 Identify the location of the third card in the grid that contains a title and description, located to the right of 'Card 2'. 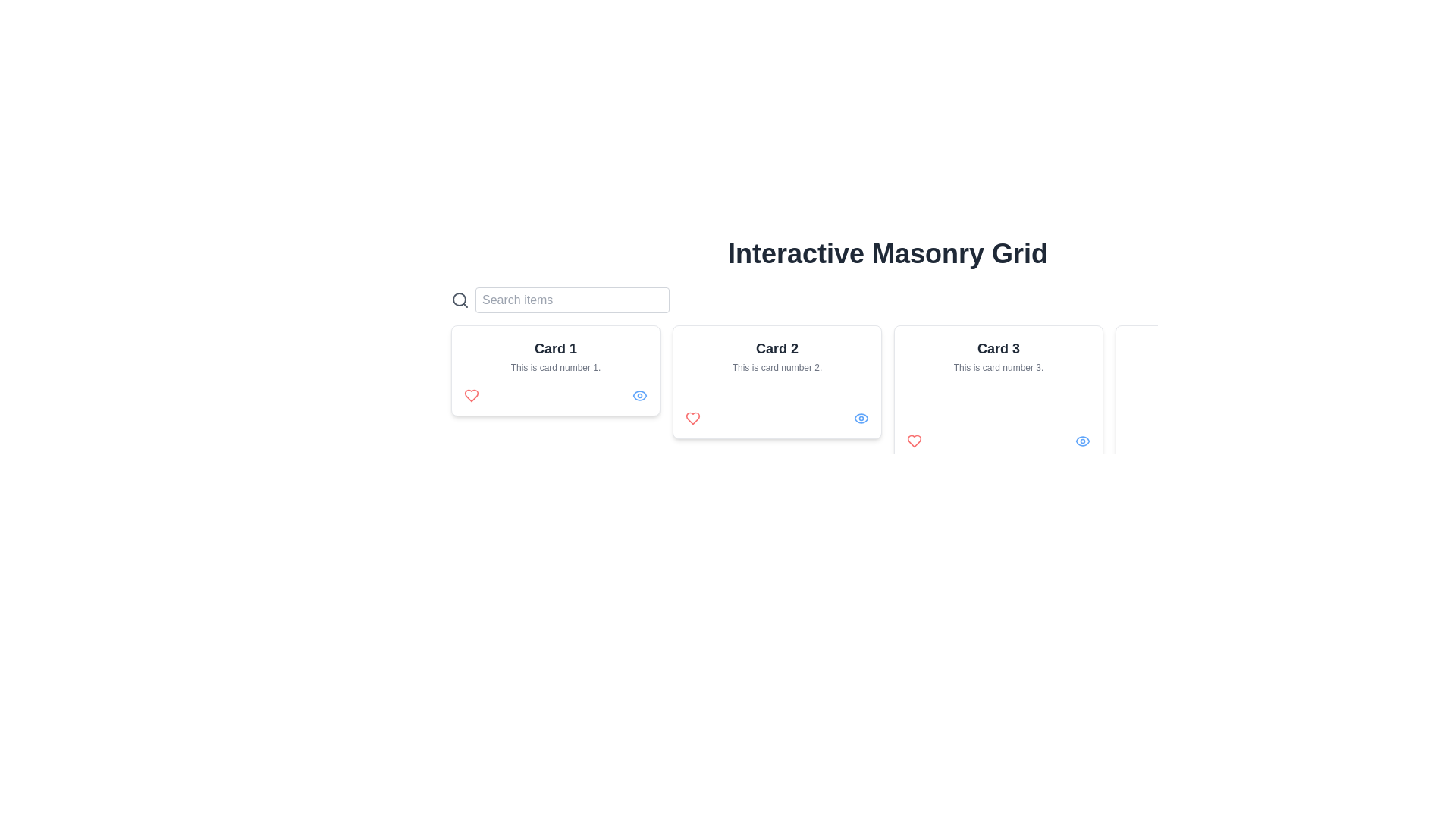
(998, 393).